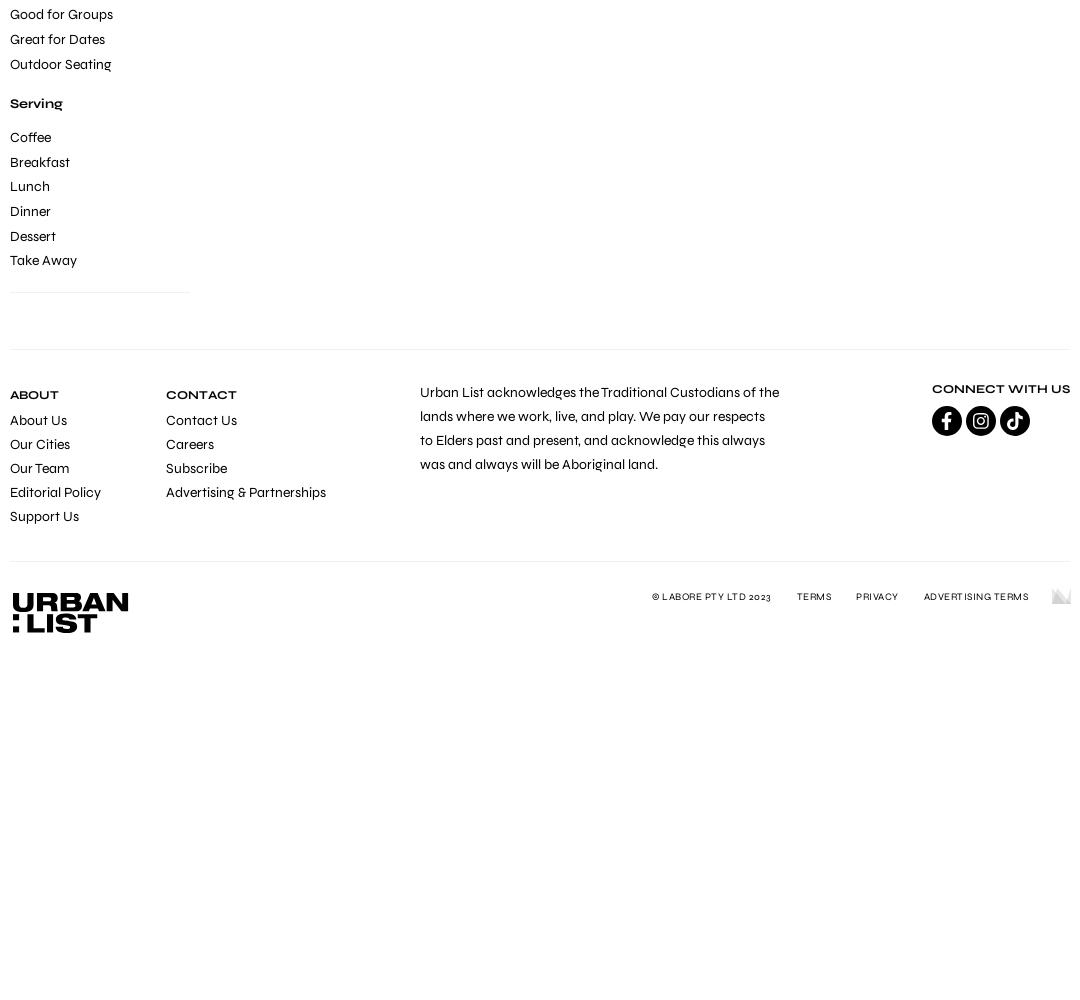 This screenshot has height=1000, width=1080. I want to click on 'Contact Us', so click(200, 420).